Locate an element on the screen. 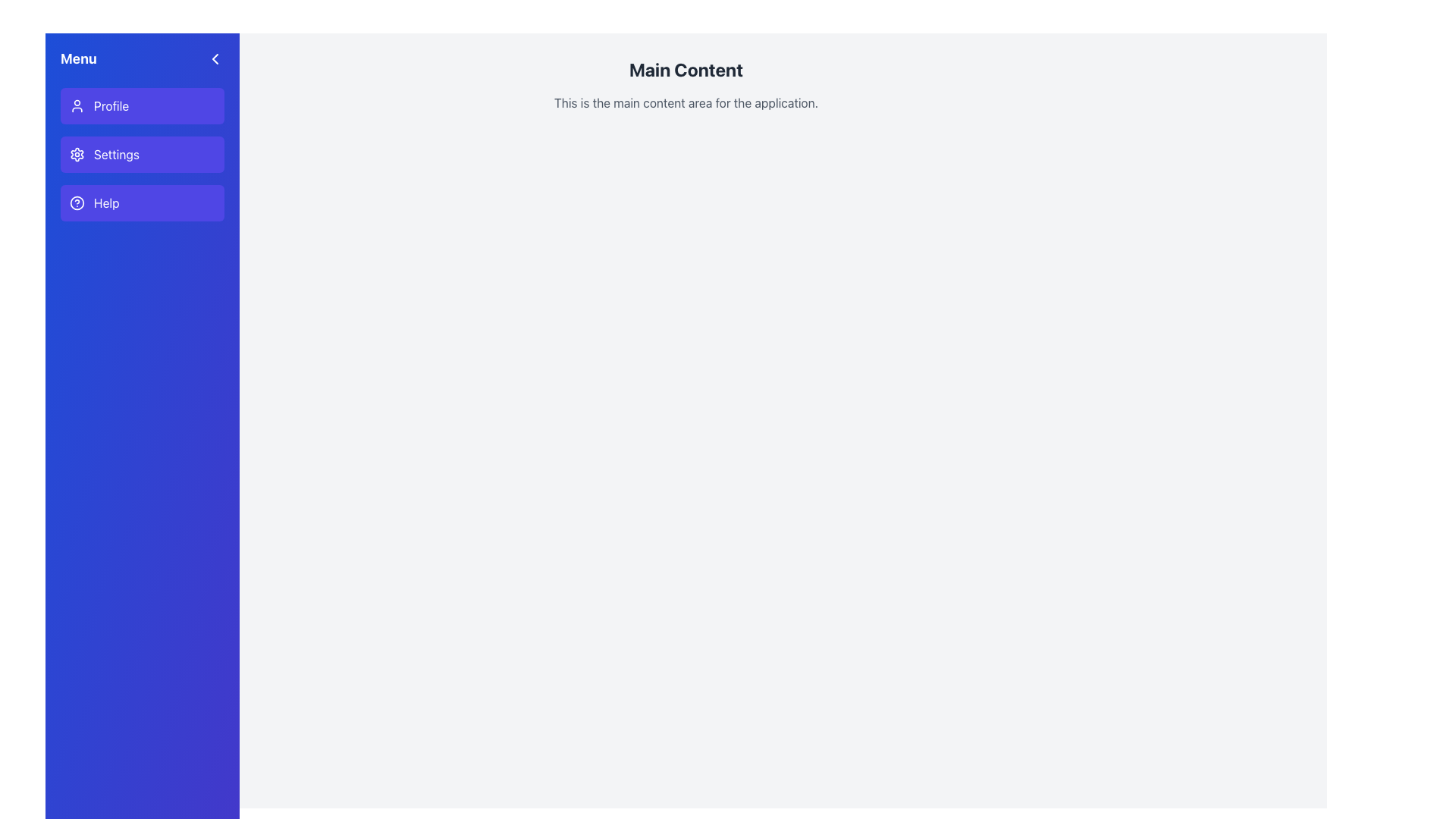 This screenshot has height=819, width=1456. the gear-shaped settings icon located in the left sidebar navigation menu is located at coordinates (76, 155).